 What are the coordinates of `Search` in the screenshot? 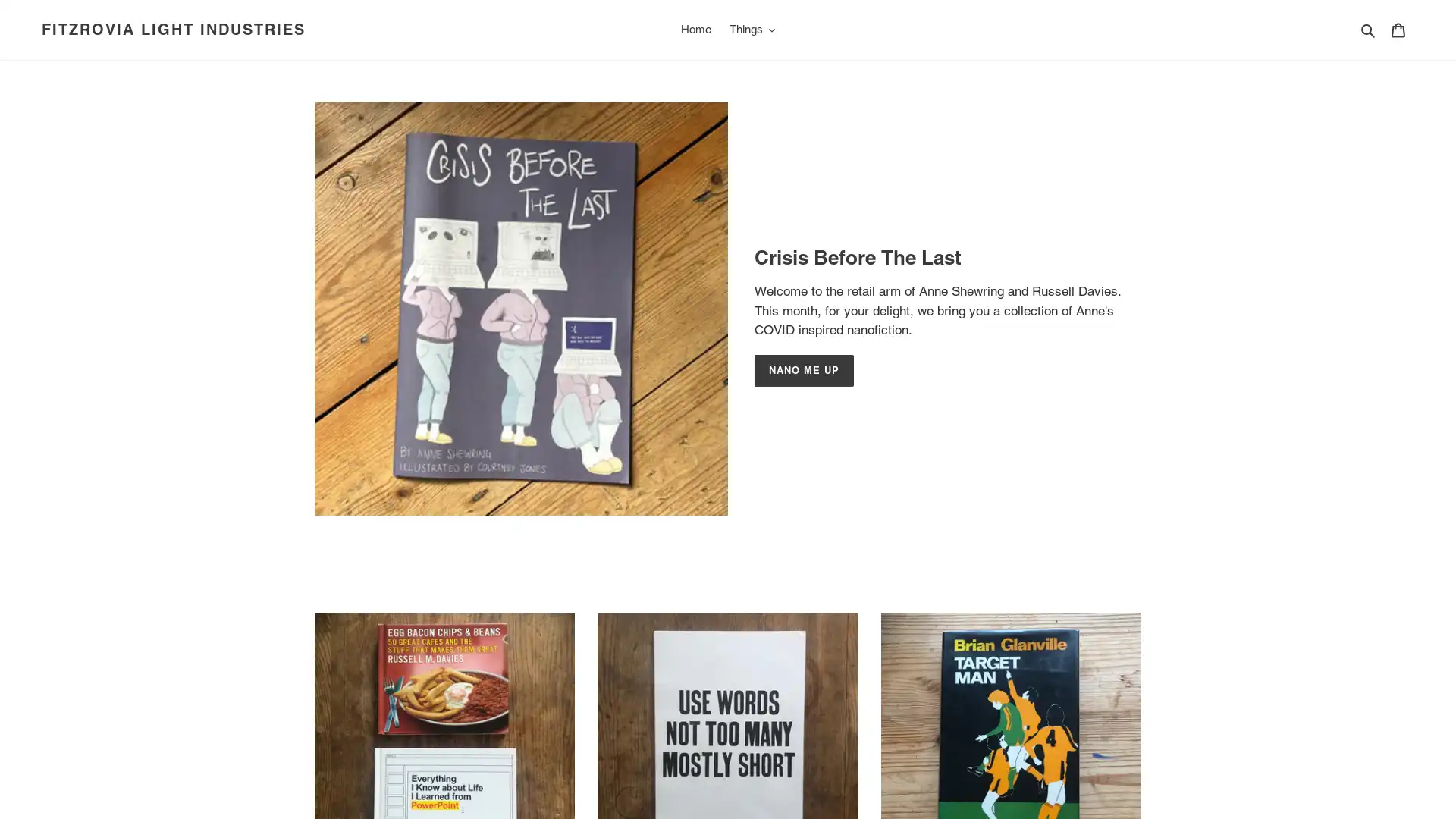 It's located at (1369, 29).